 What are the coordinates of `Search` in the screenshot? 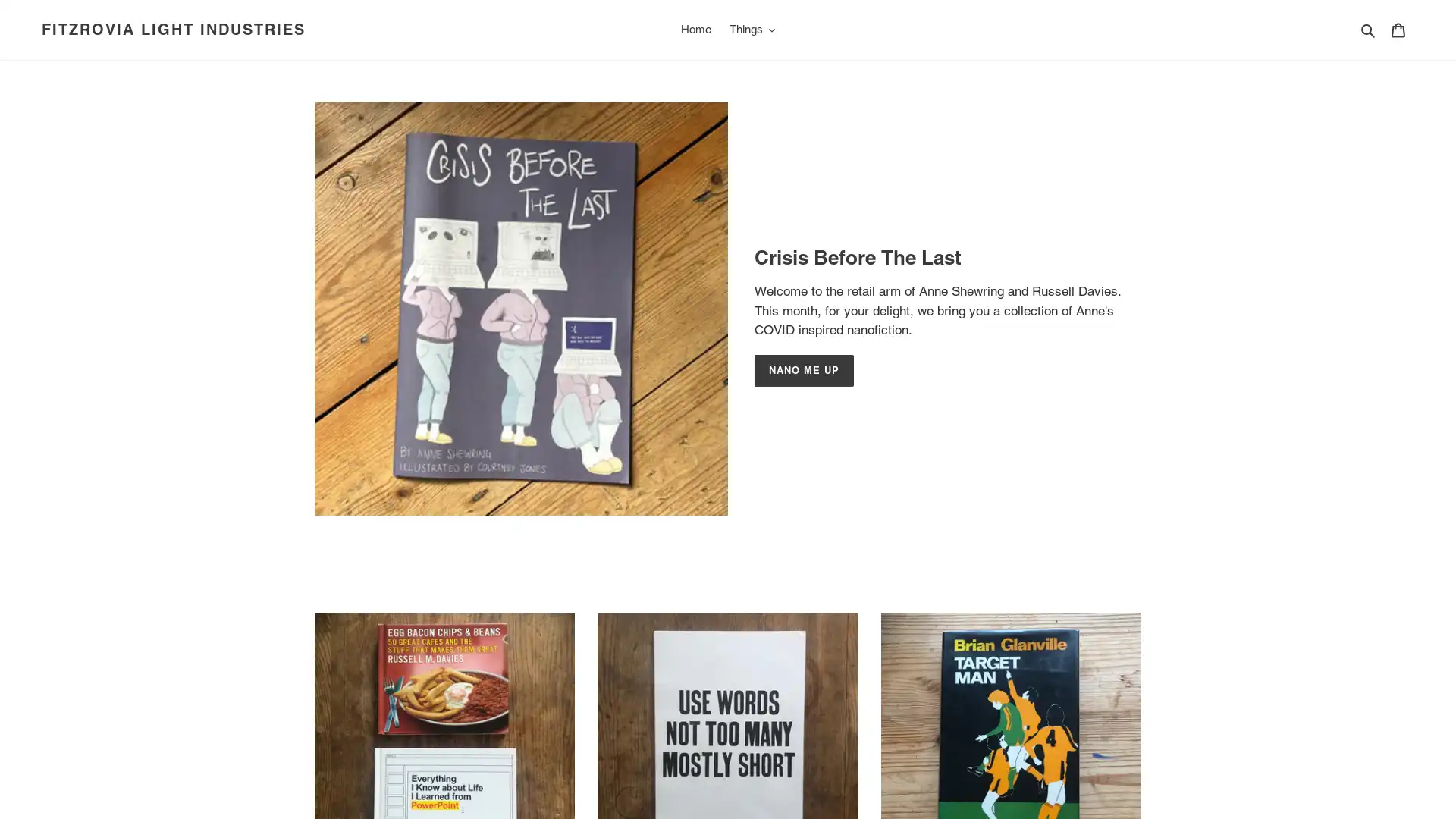 It's located at (1369, 29).